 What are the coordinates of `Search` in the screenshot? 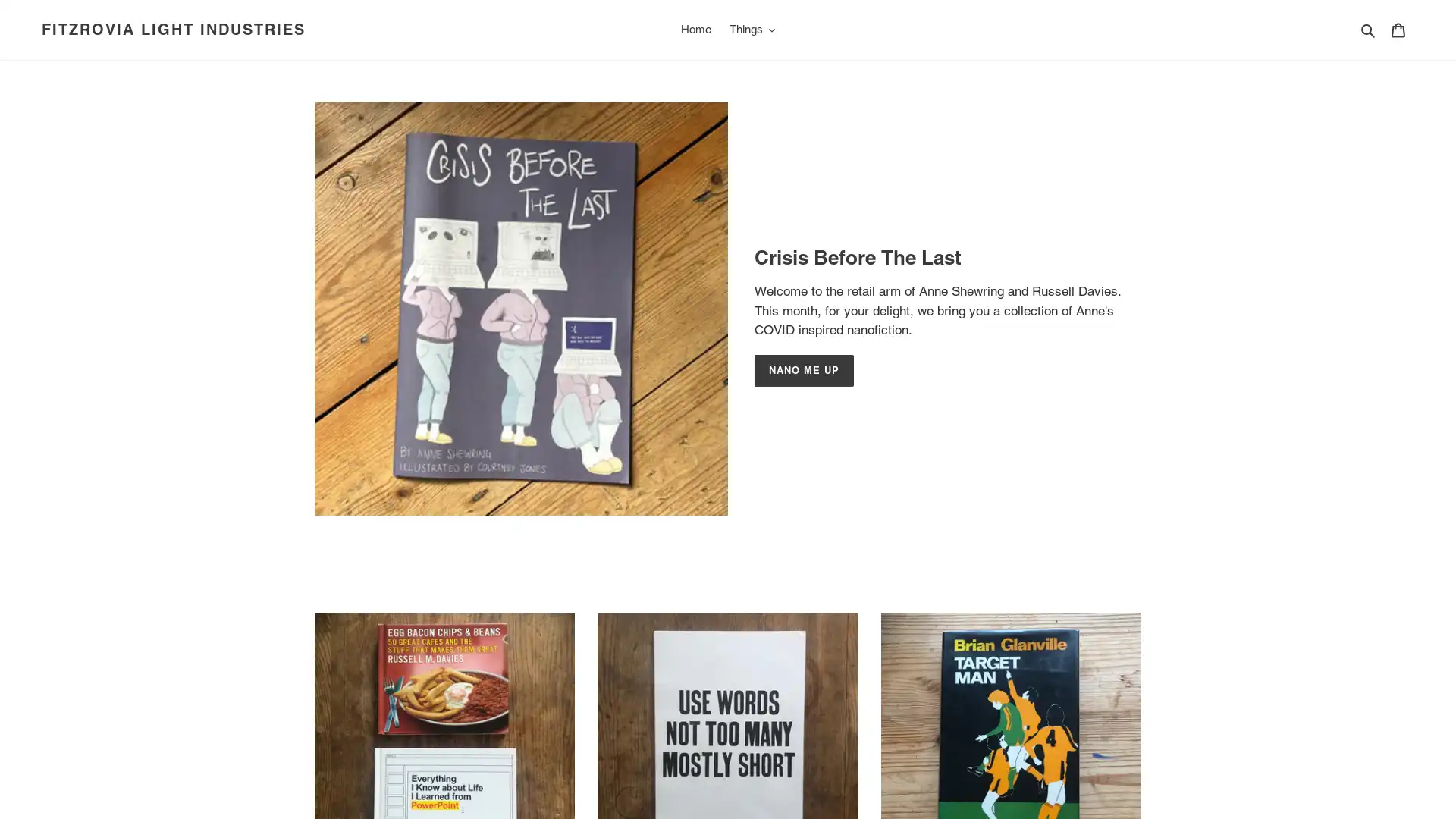 It's located at (1369, 29).